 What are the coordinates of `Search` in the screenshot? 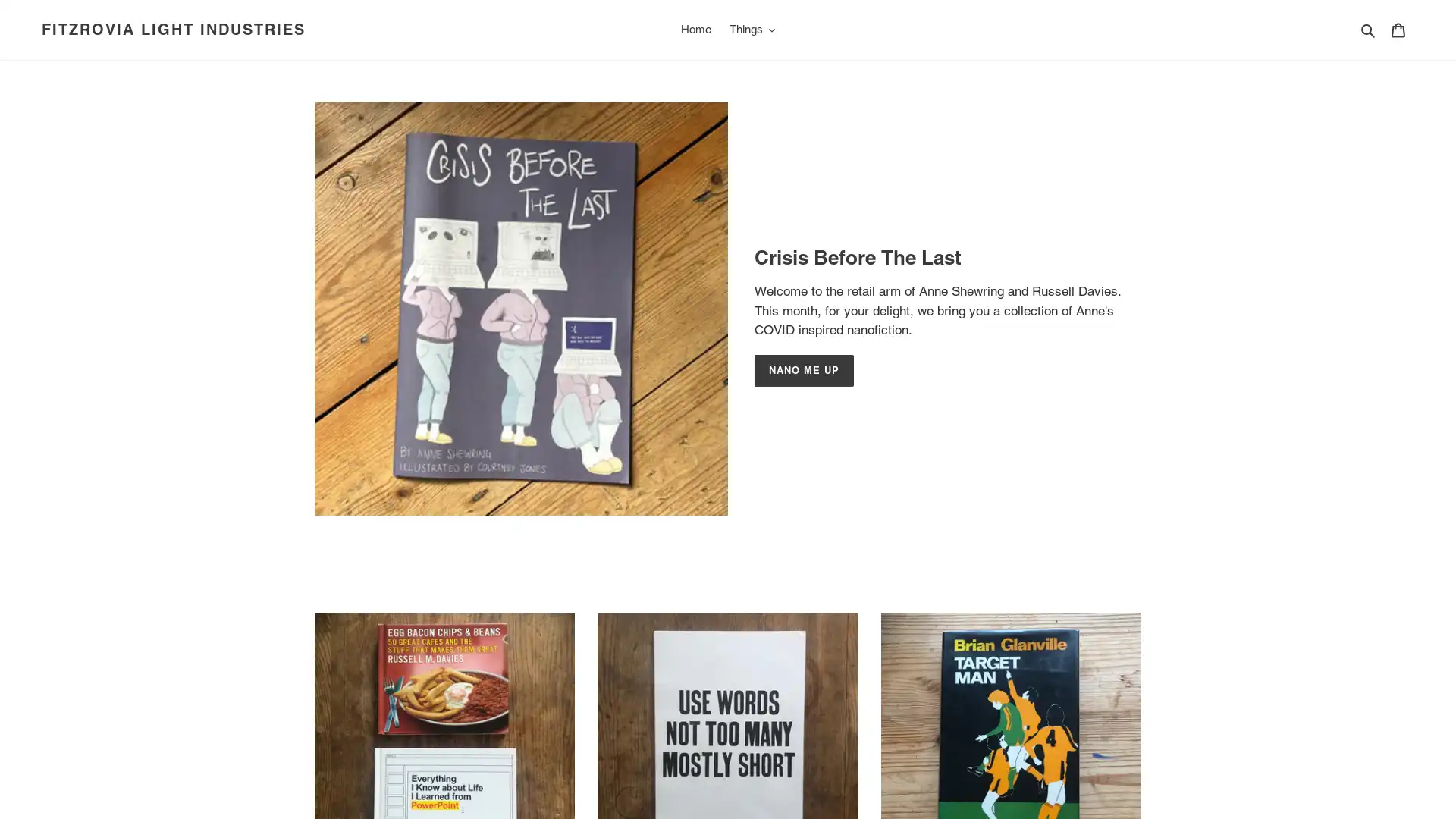 It's located at (1369, 29).